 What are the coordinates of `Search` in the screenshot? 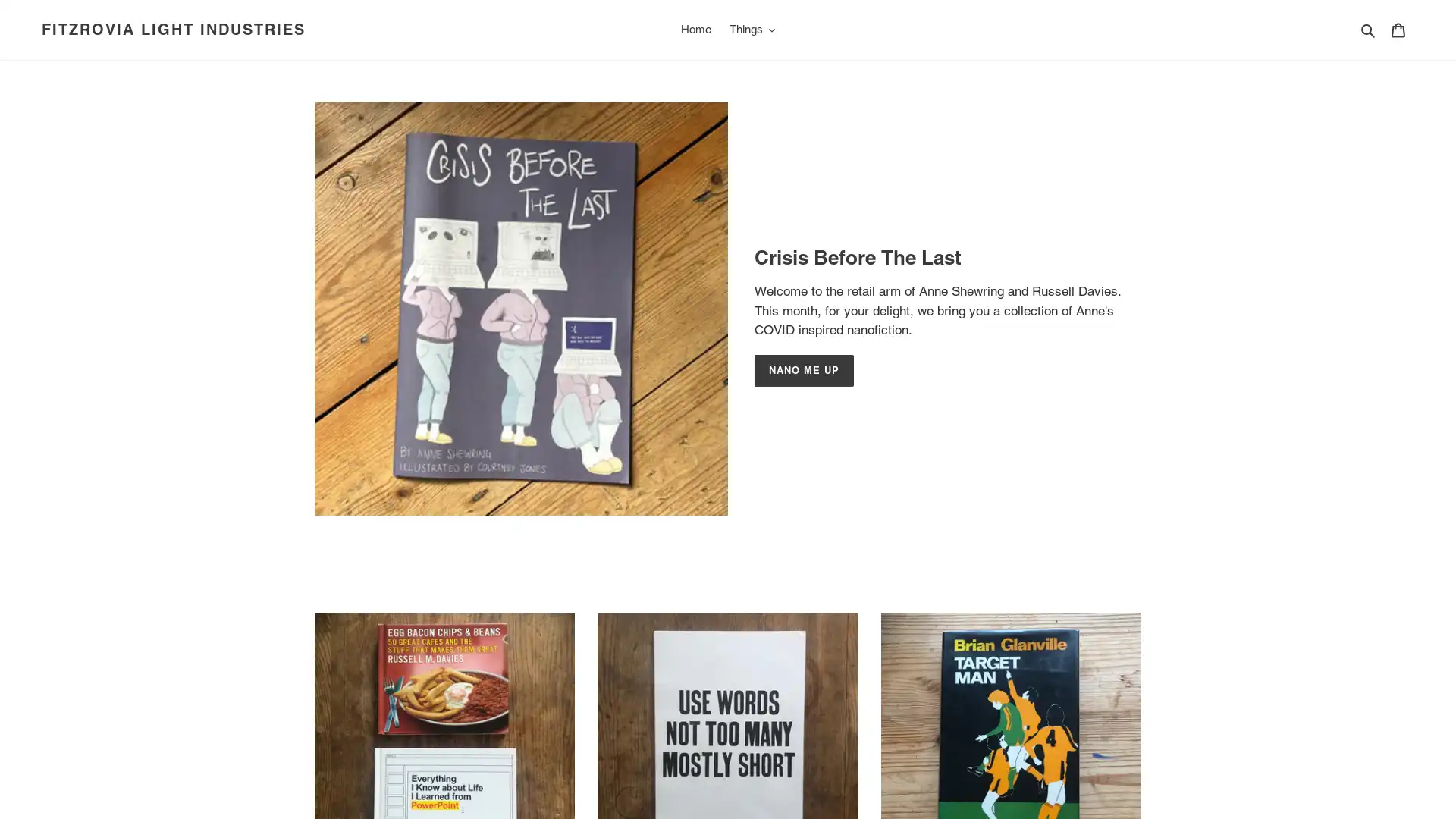 It's located at (1369, 29).